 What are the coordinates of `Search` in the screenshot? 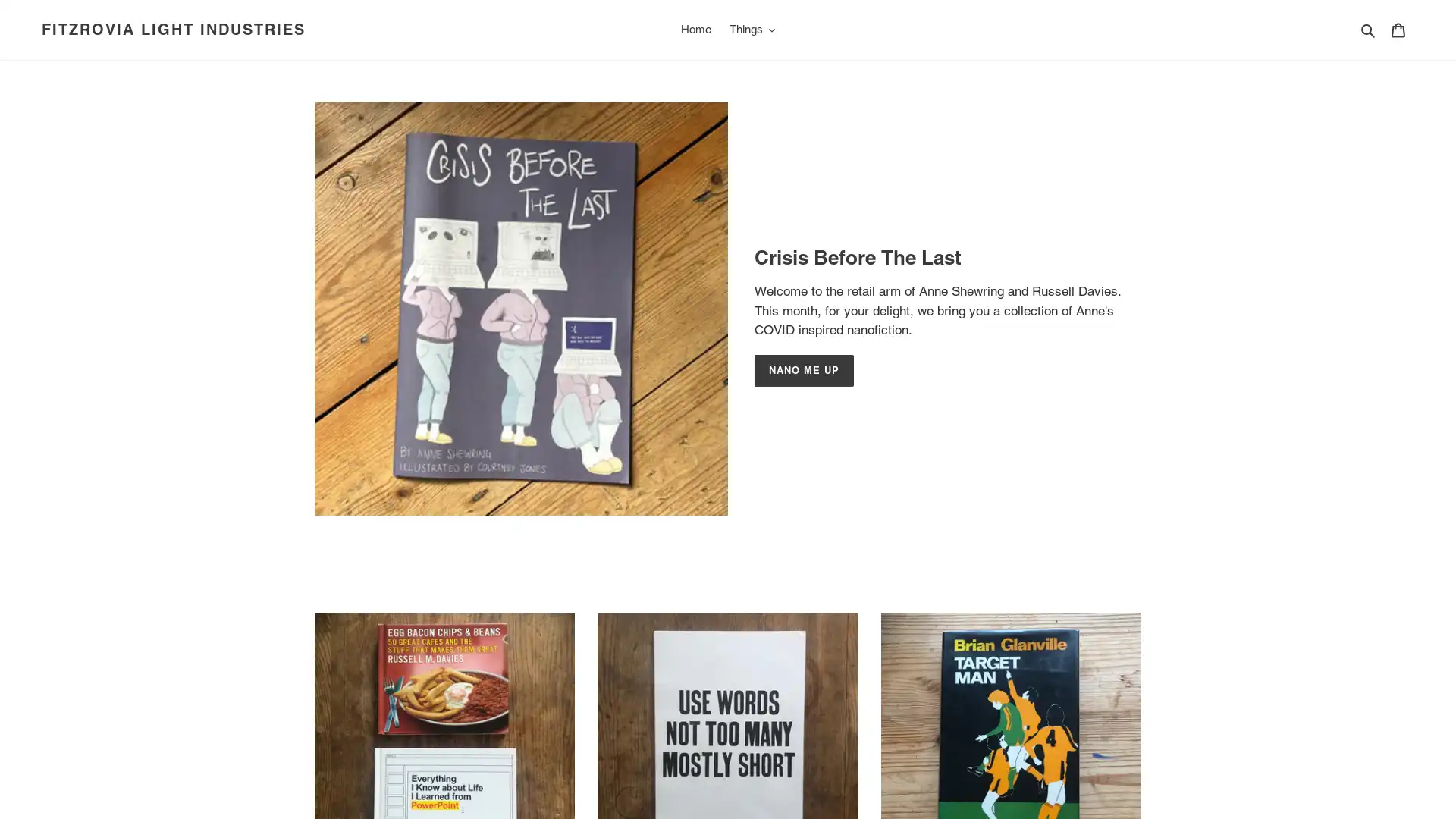 It's located at (1369, 29).